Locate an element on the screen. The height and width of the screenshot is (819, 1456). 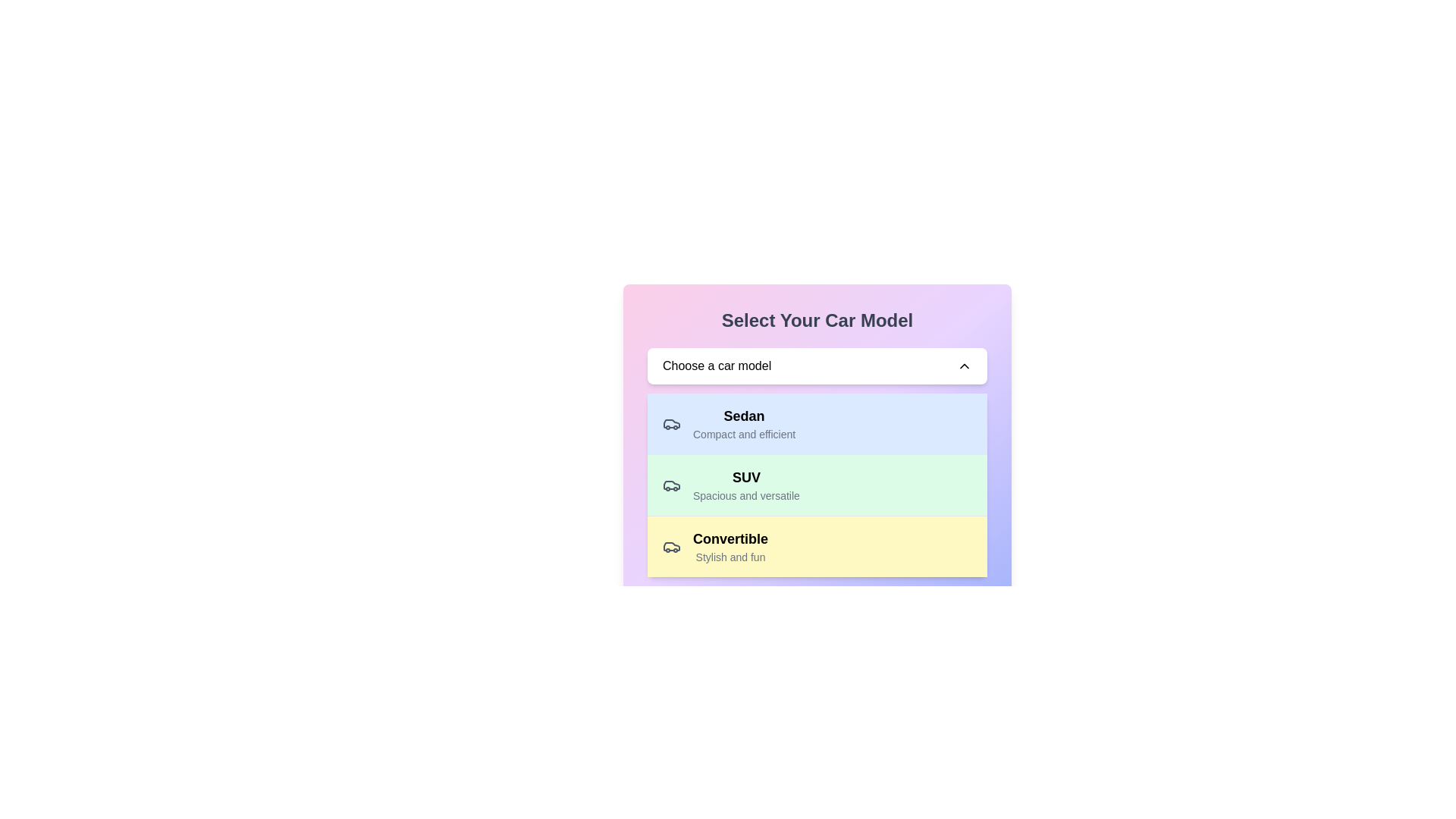
the icon associated with the 'SUV' menu option to assist in user navigation is located at coordinates (671, 424).